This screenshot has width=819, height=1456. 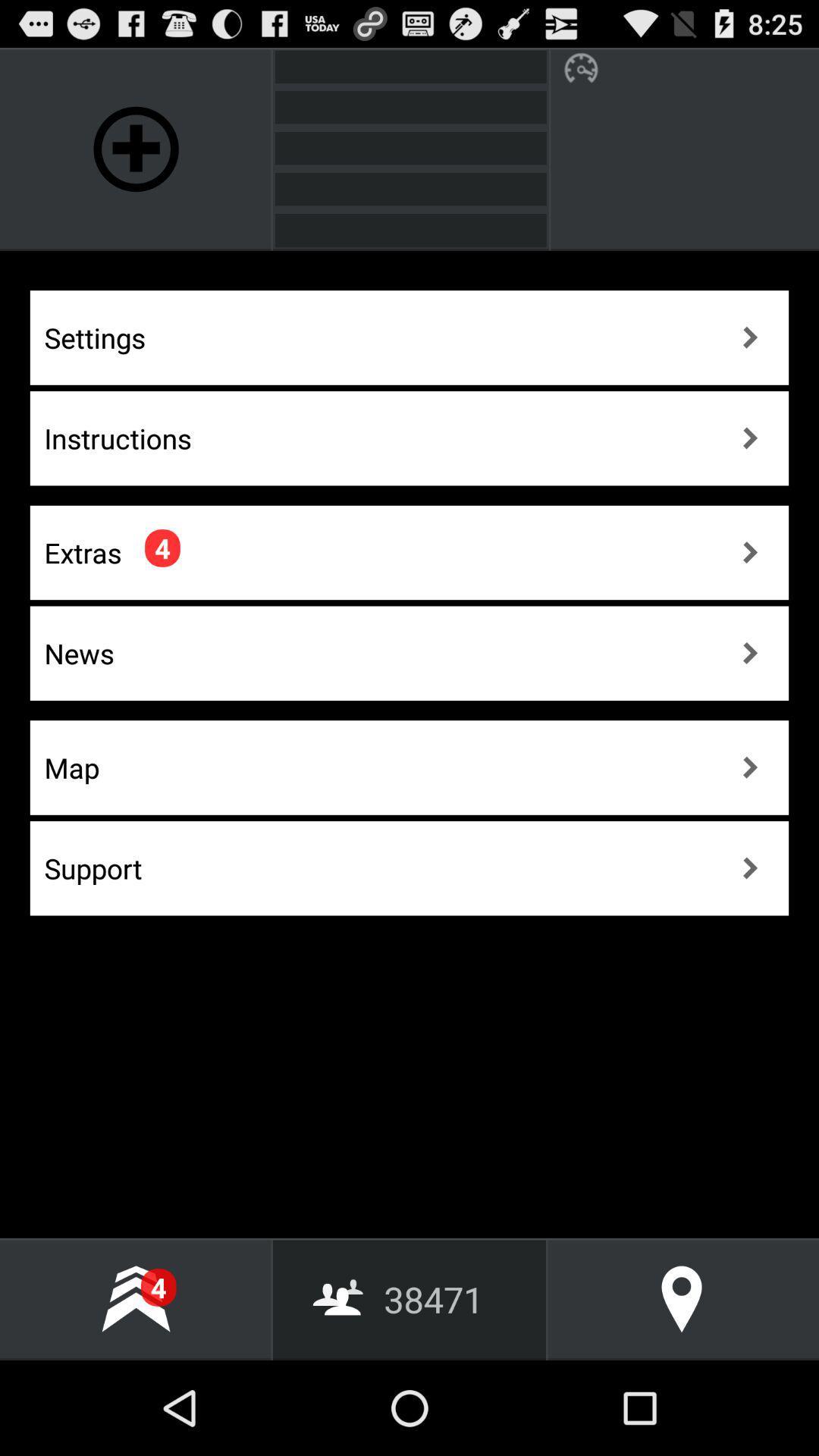 I want to click on the button which is above the support, so click(x=409, y=767).